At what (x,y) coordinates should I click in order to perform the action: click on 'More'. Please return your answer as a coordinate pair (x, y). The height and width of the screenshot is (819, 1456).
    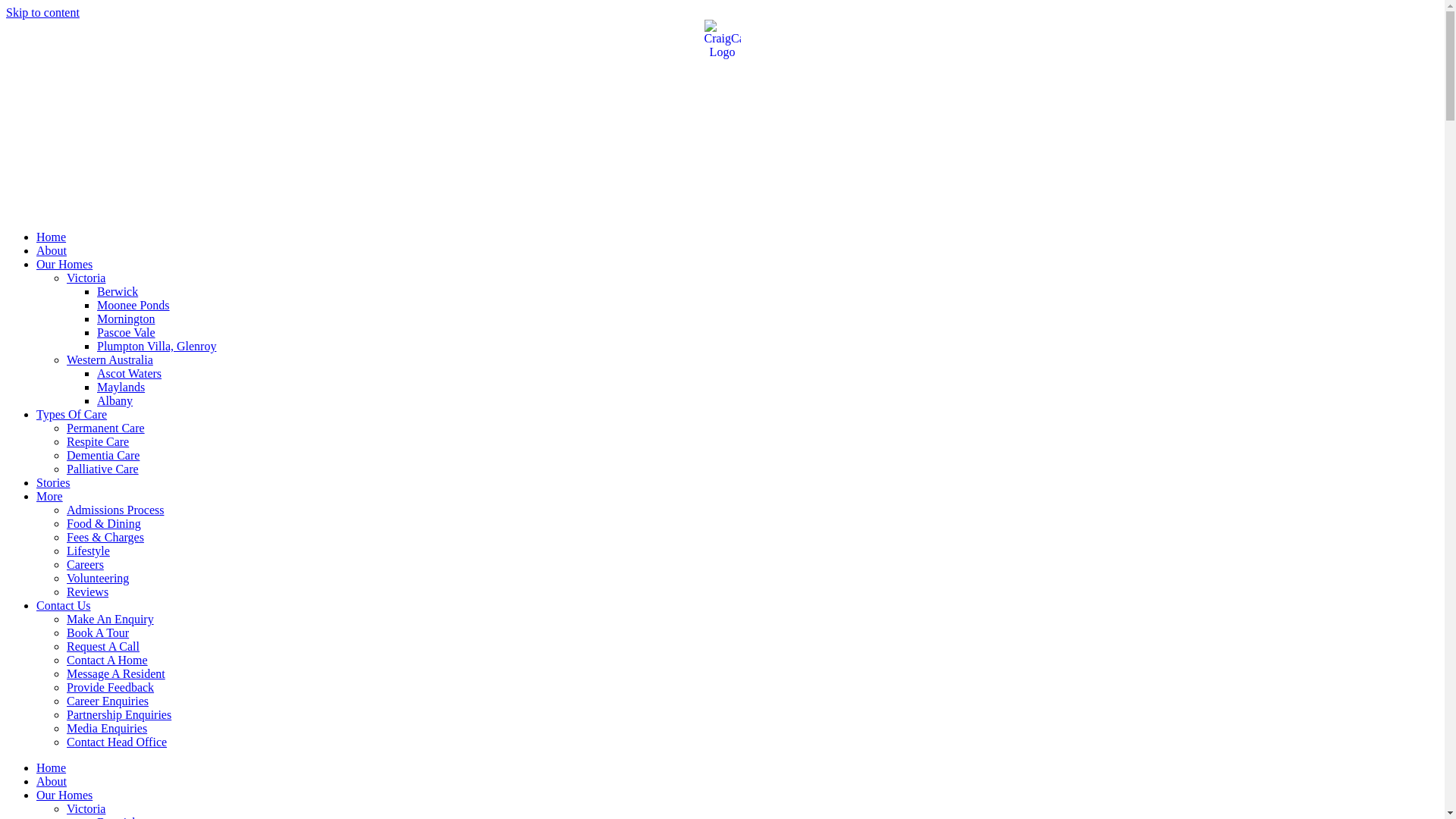
    Looking at the image, I should click on (49, 496).